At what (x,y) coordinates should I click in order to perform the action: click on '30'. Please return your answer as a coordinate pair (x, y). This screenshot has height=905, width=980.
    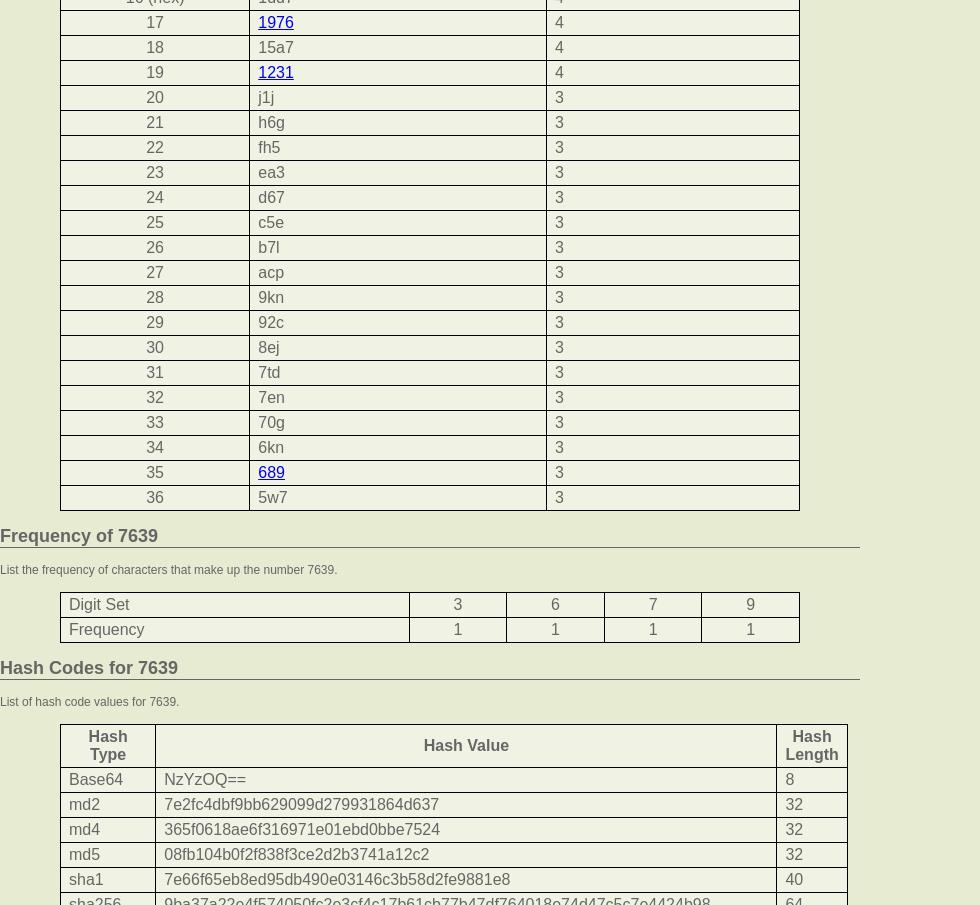
    Looking at the image, I should click on (155, 346).